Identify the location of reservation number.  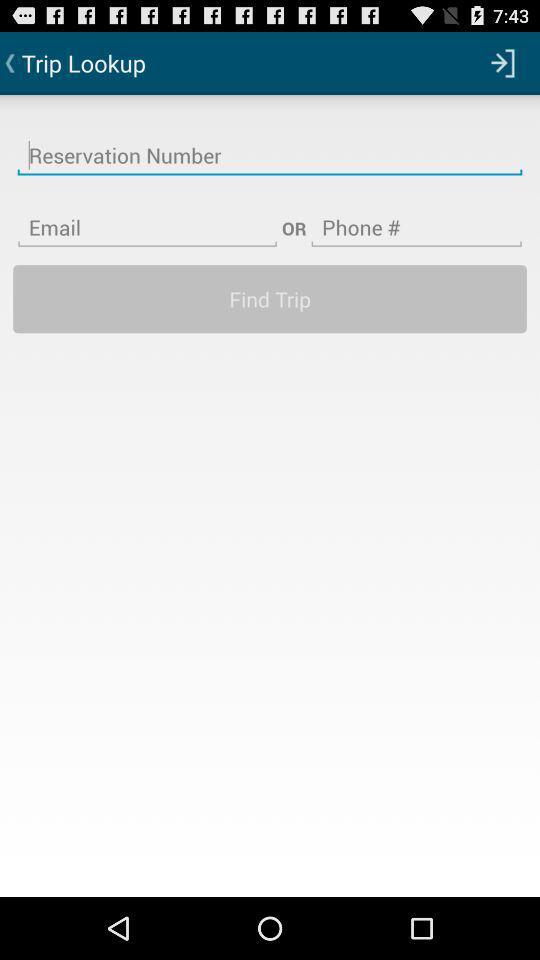
(270, 142).